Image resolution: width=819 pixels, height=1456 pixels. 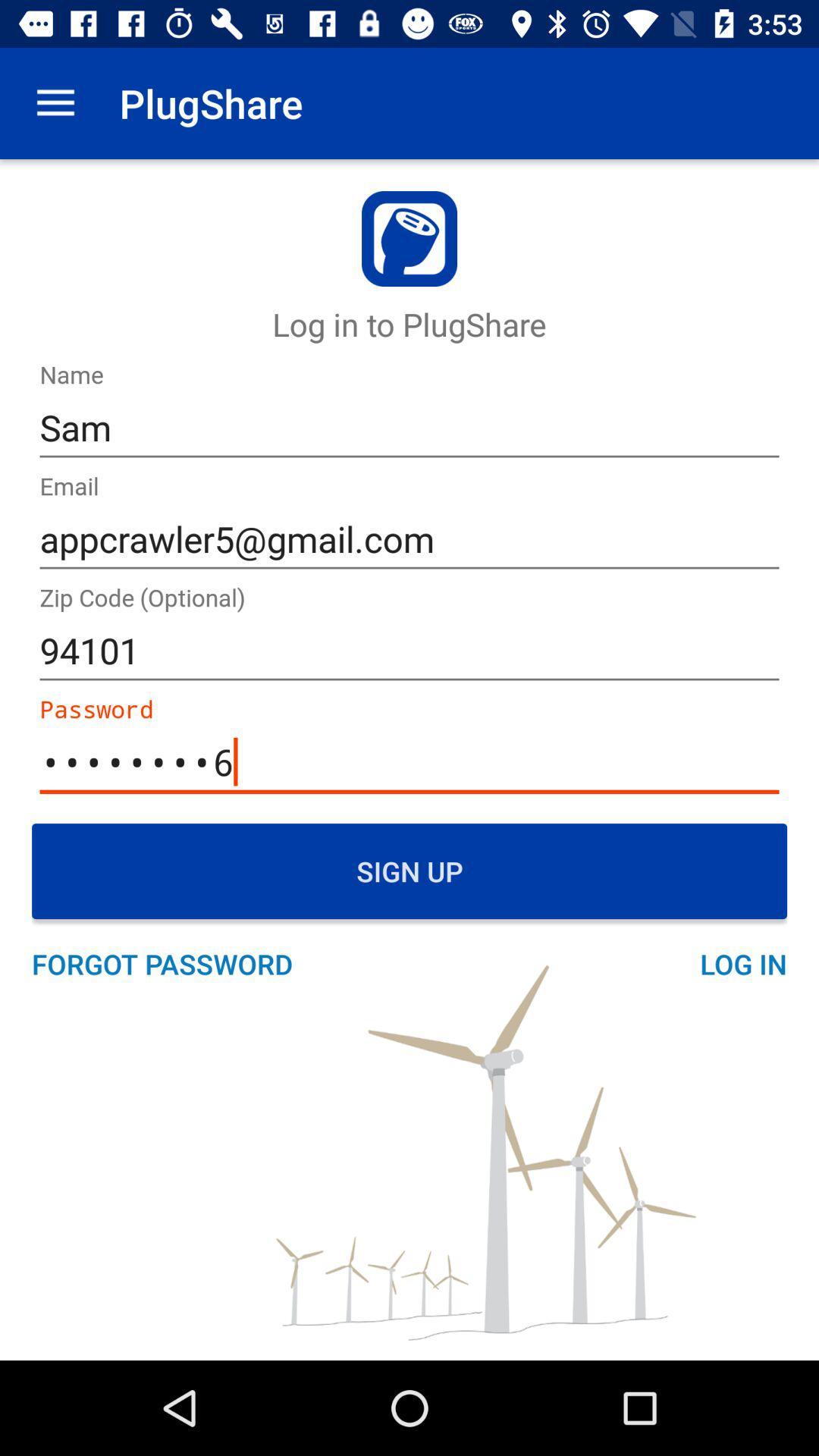 I want to click on the crowd3116, so click(x=409, y=762).